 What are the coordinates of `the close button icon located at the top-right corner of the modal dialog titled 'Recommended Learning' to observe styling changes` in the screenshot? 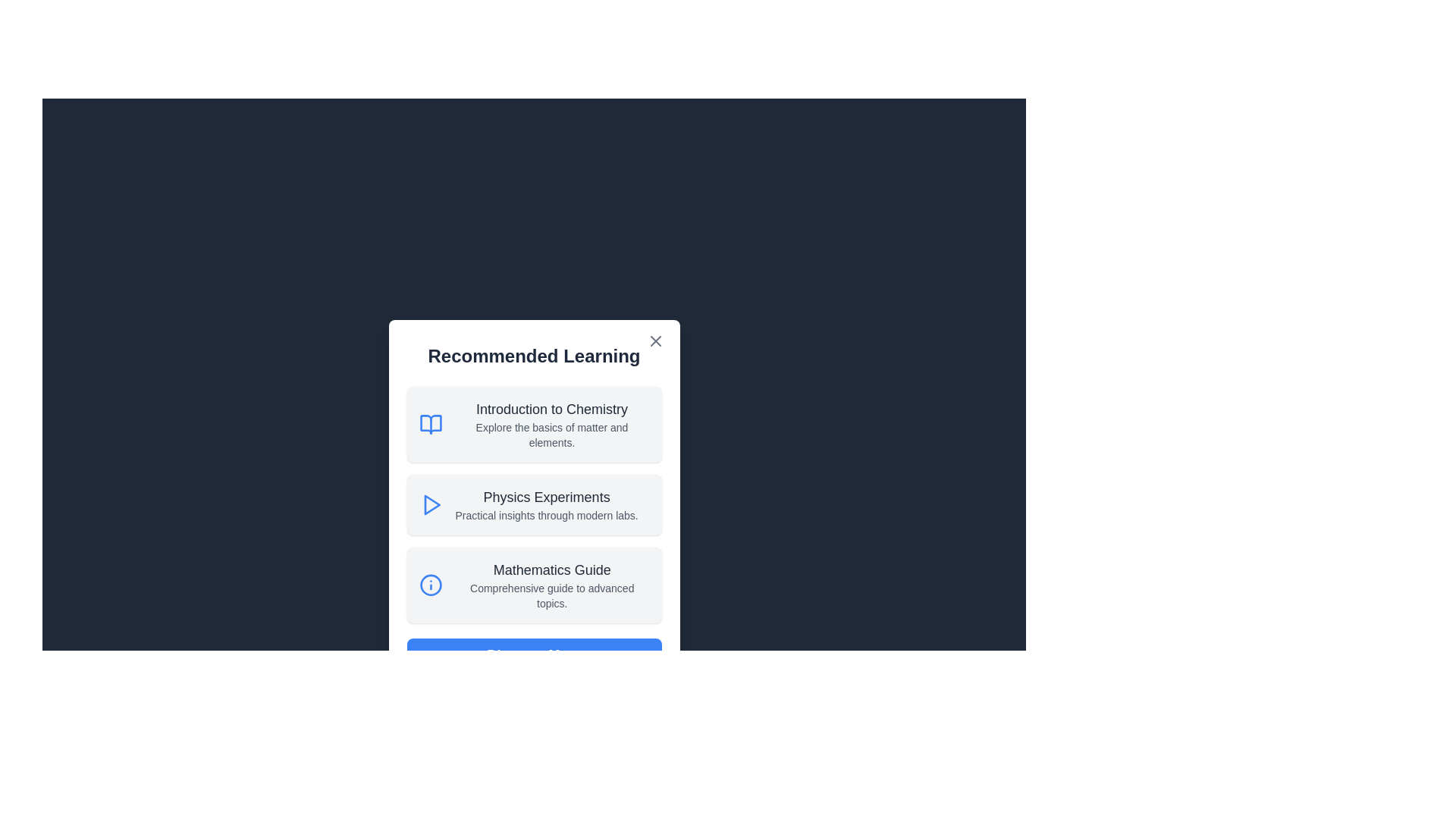 It's located at (655, 341).